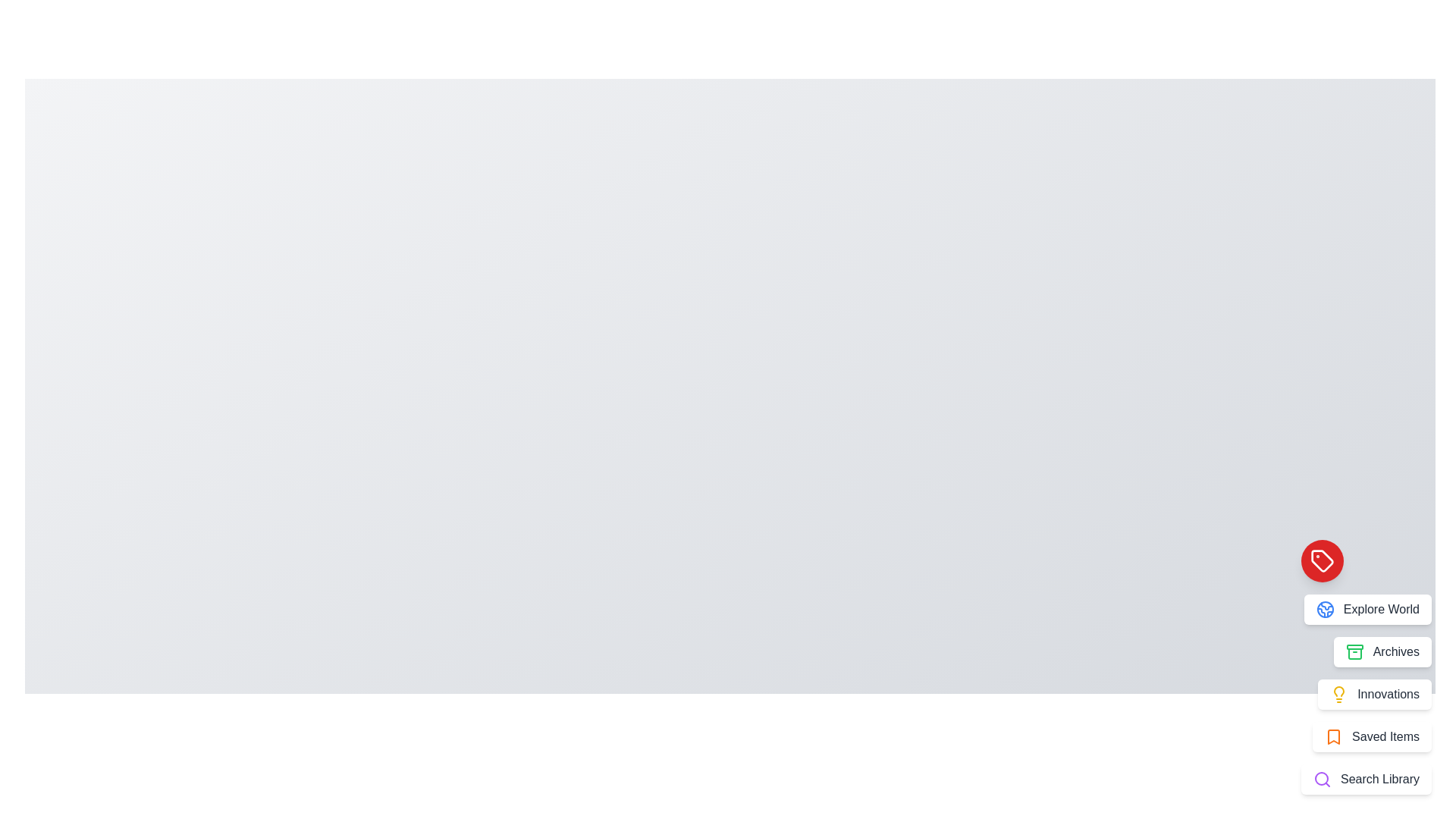  Describe the element at coordinates (1375, 694) in the screenshot. I see `the menu item labeled 'Innovations' to observe its hover effect` at that location.